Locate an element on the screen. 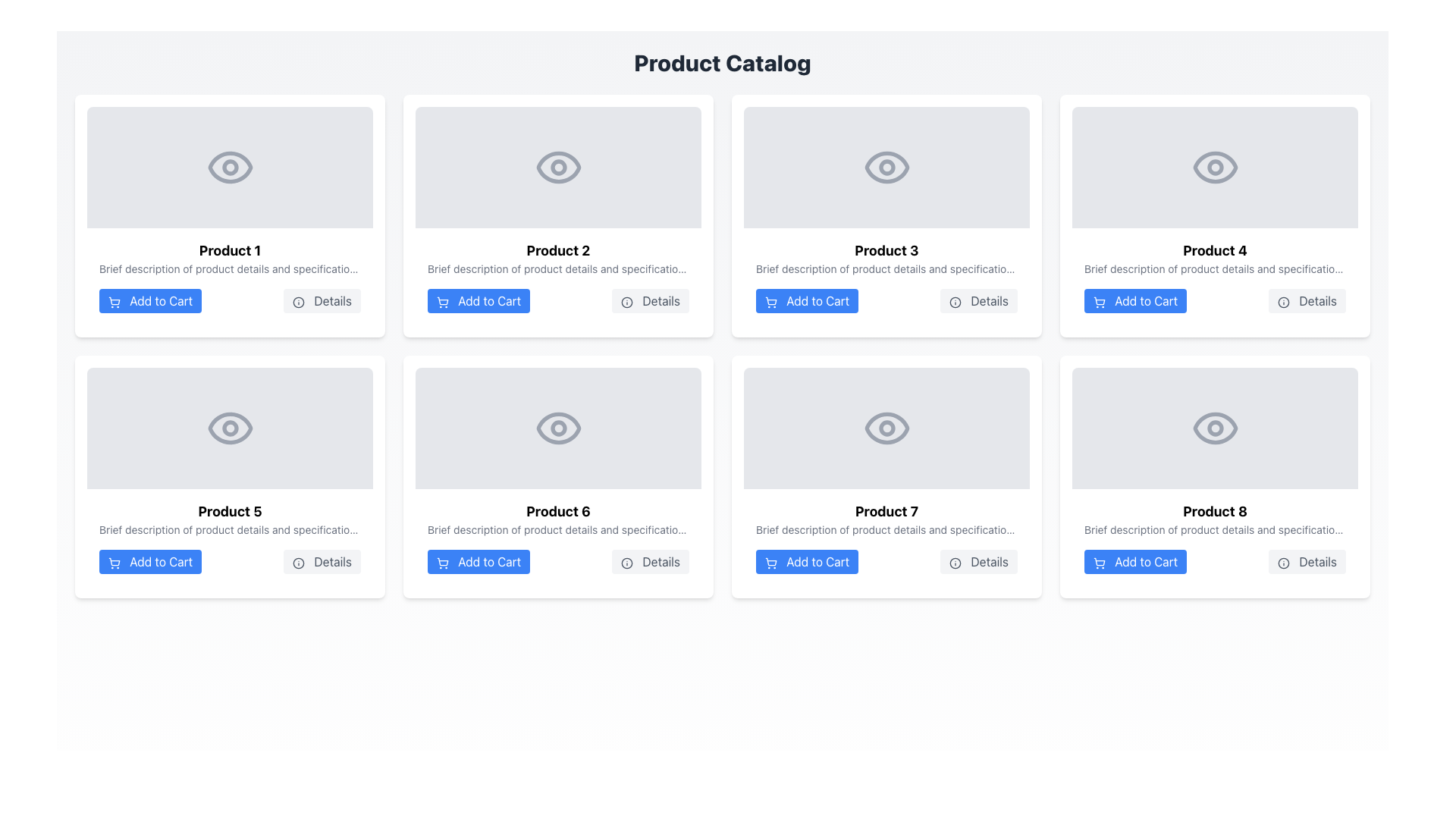 Image resolution: width=1456 pixels, height=819 pixels. the eye icon located centrally within the upper section of the product card for 'Product 1' is located at coordinates (229, 167).